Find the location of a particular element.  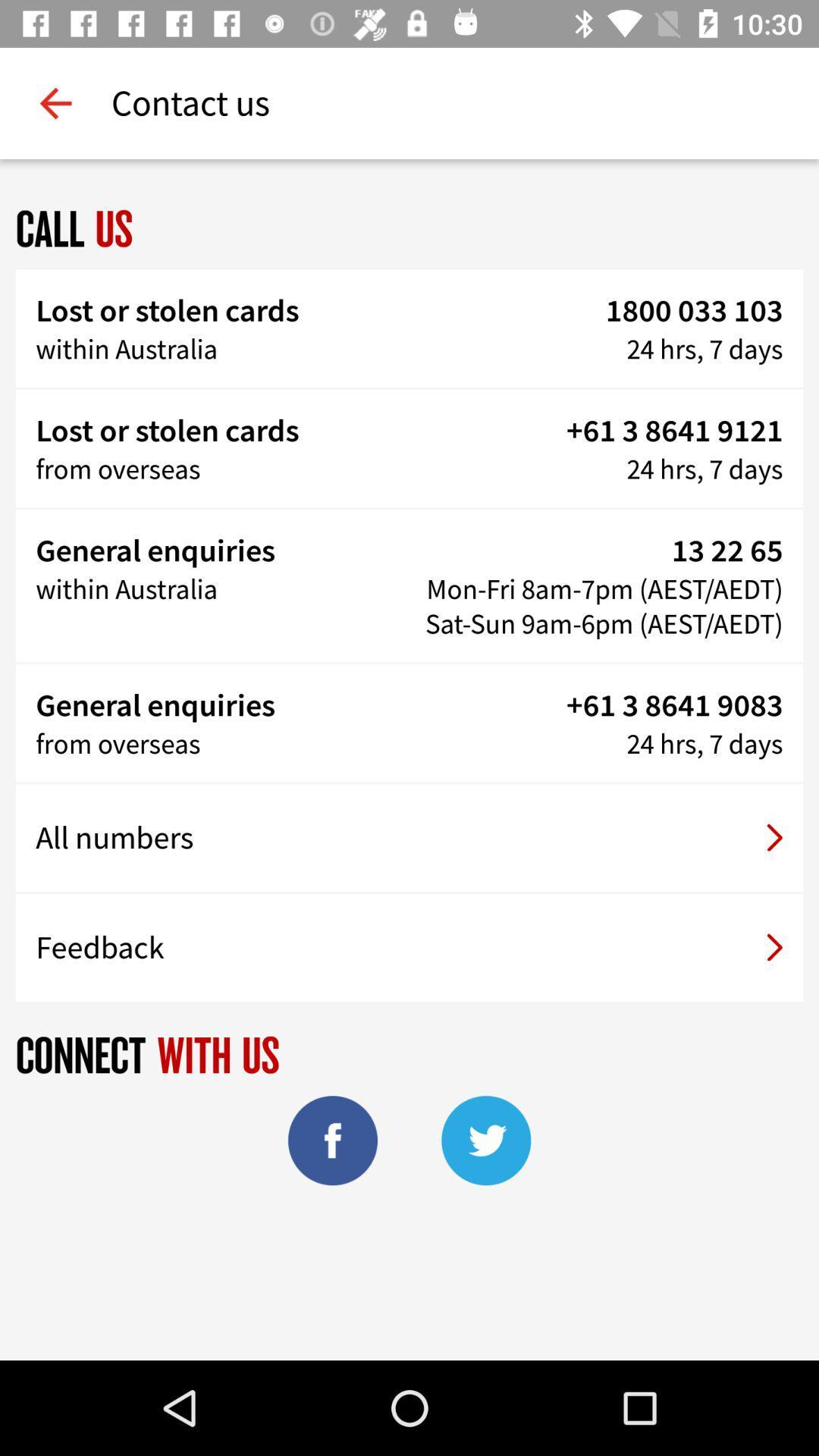

the icon below the all numbers item is located at coordinates (409, 946).